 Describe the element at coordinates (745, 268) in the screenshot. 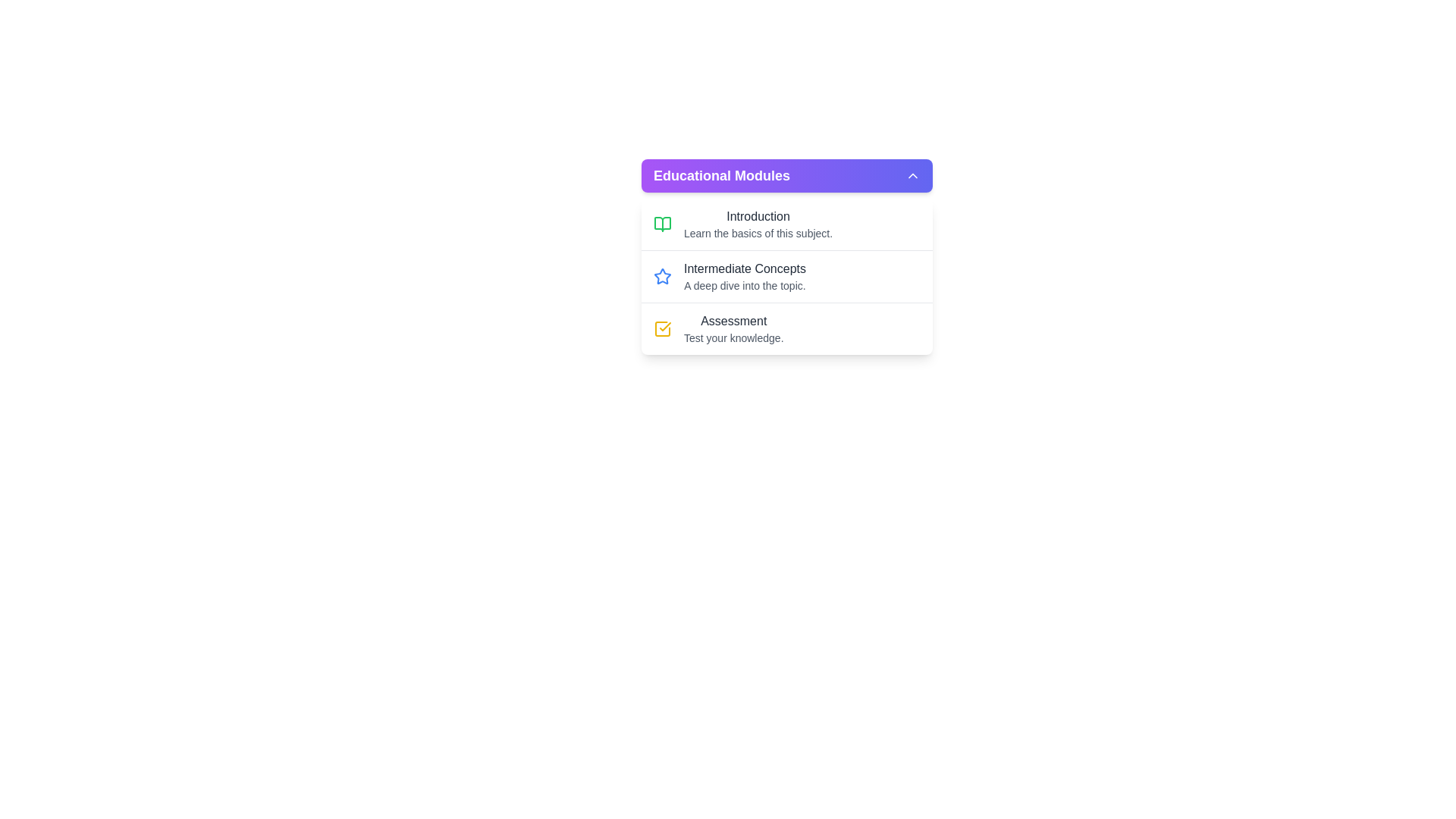

I see `the text element displaying 'Intermediate Concepts', which is centrally aligned and styled in gray, positioned above the text 'A deep dive into the topic.'` at that location.